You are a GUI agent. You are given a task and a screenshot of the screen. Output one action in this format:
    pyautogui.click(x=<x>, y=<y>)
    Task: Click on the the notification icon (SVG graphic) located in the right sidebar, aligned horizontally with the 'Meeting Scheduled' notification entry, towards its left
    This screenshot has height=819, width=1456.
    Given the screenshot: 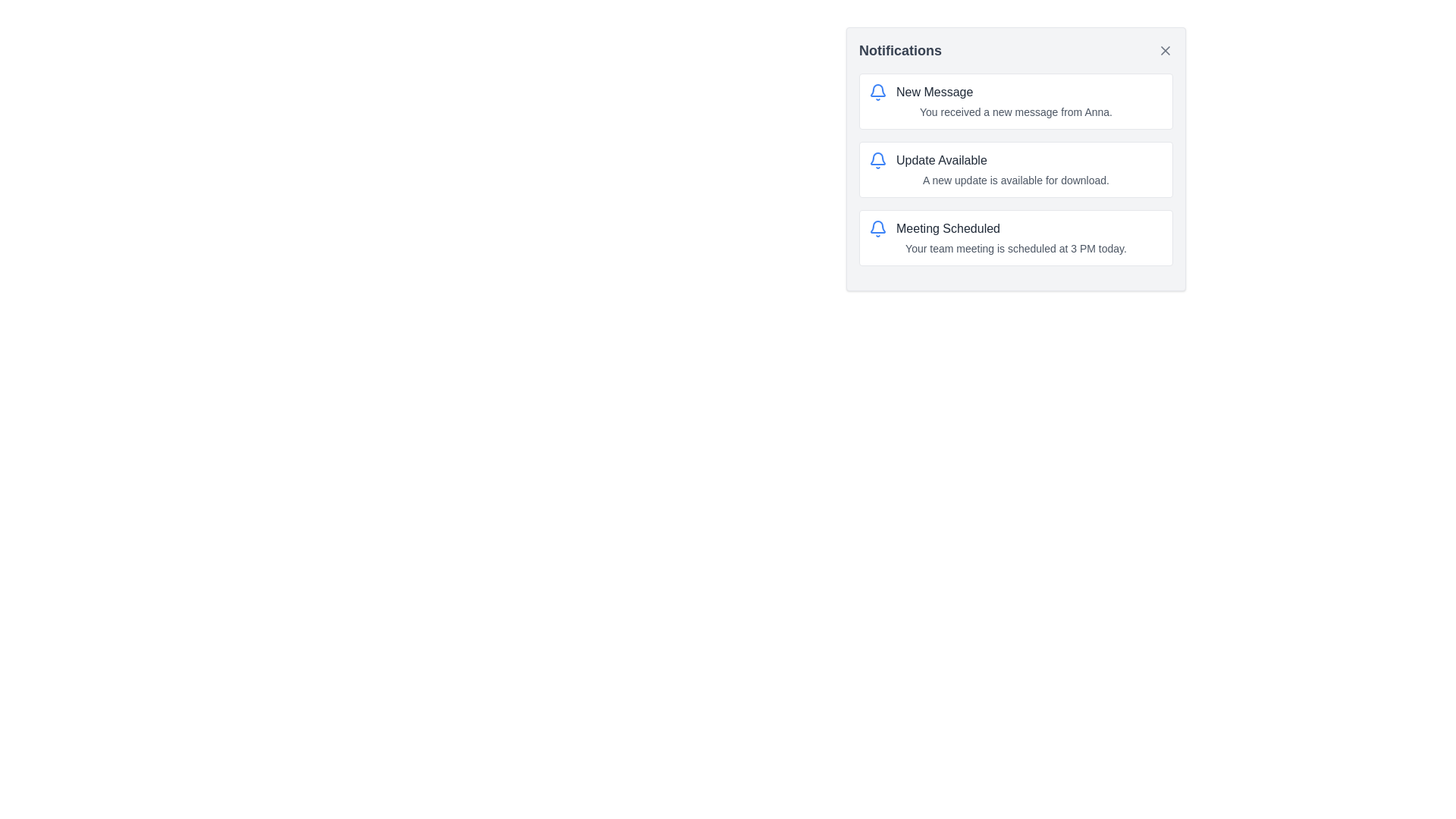 What is the action you would take?
    pyautogui.click(x=877, y=227)
    